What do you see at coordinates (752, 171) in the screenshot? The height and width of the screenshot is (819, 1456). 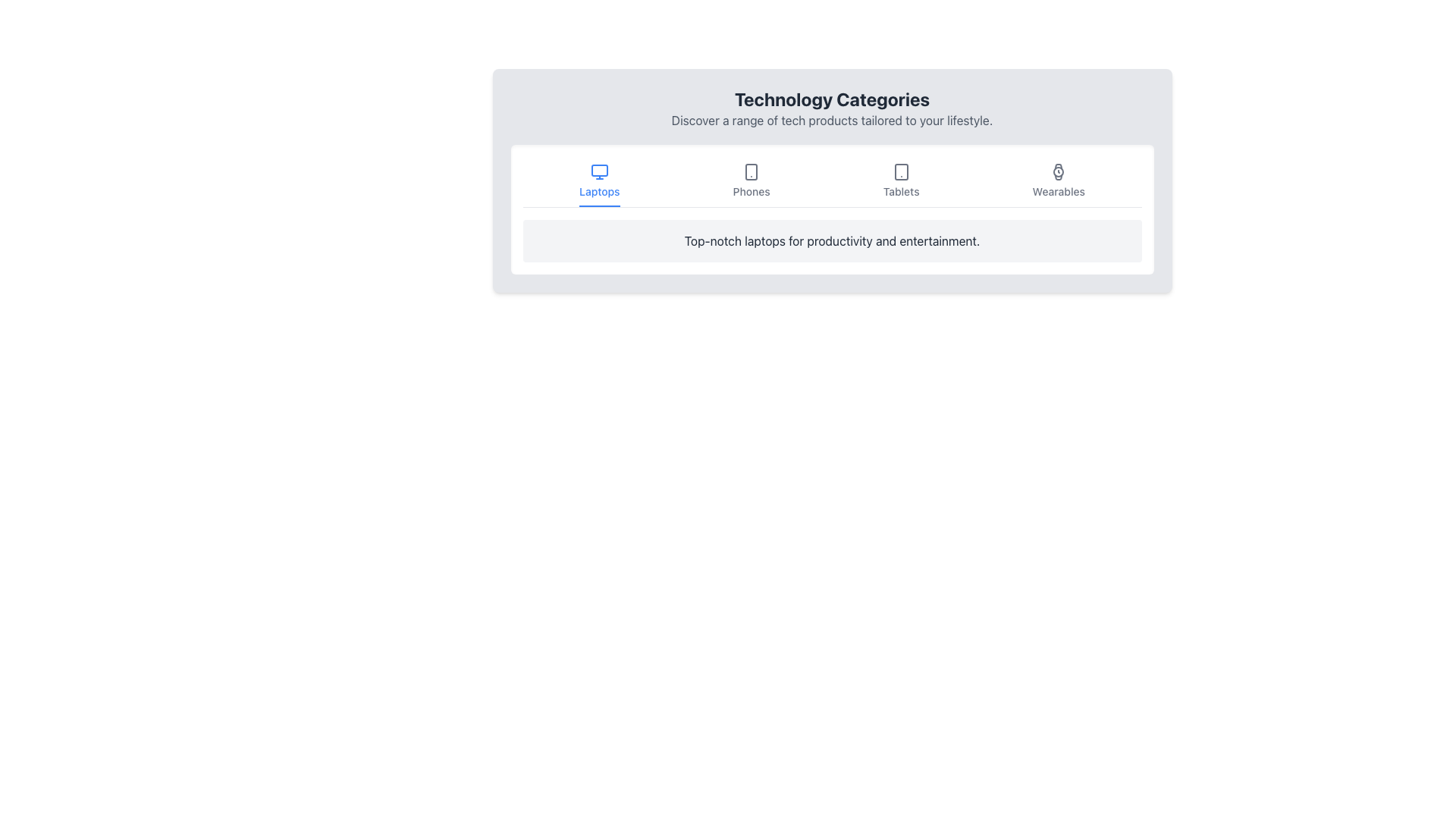 I see `the smartphone icon located in the horizontal navigation bar below the heading 'Technology Categories', which is the second icon from the left and labeled 'Phones'` at bounding box center [752, 171].